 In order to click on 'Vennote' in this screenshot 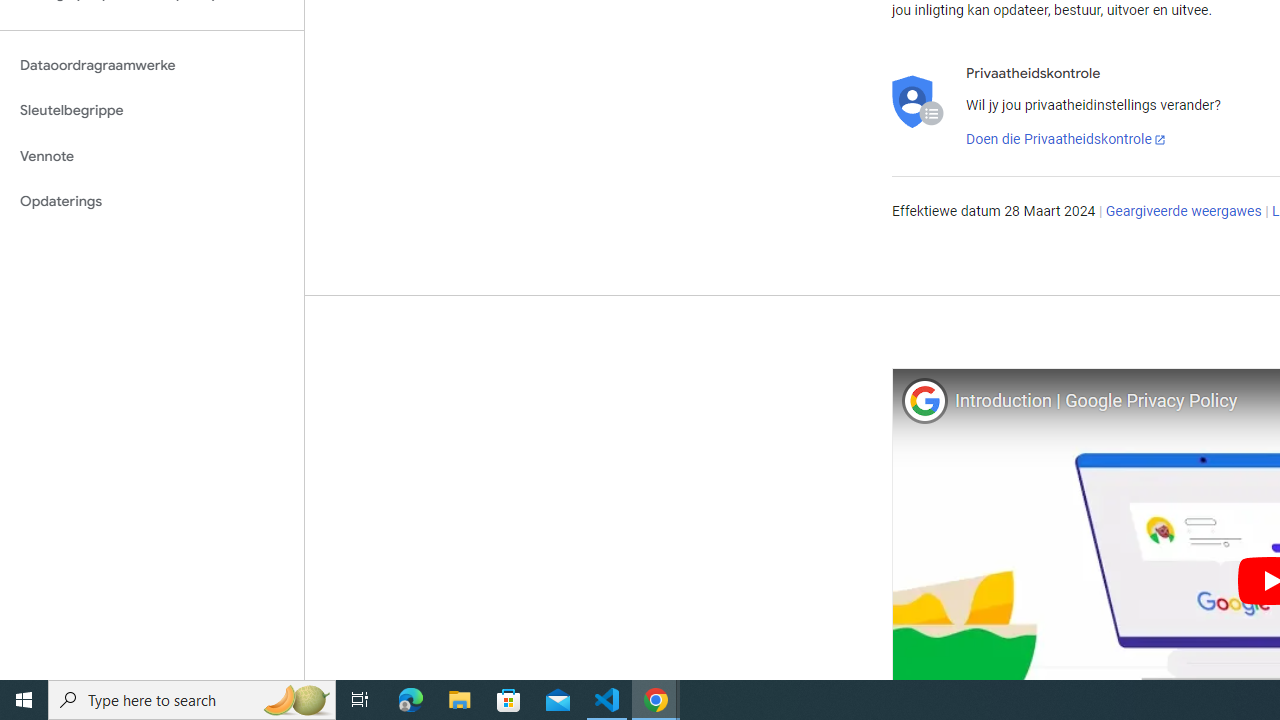, I will do `click(151, 155)`.